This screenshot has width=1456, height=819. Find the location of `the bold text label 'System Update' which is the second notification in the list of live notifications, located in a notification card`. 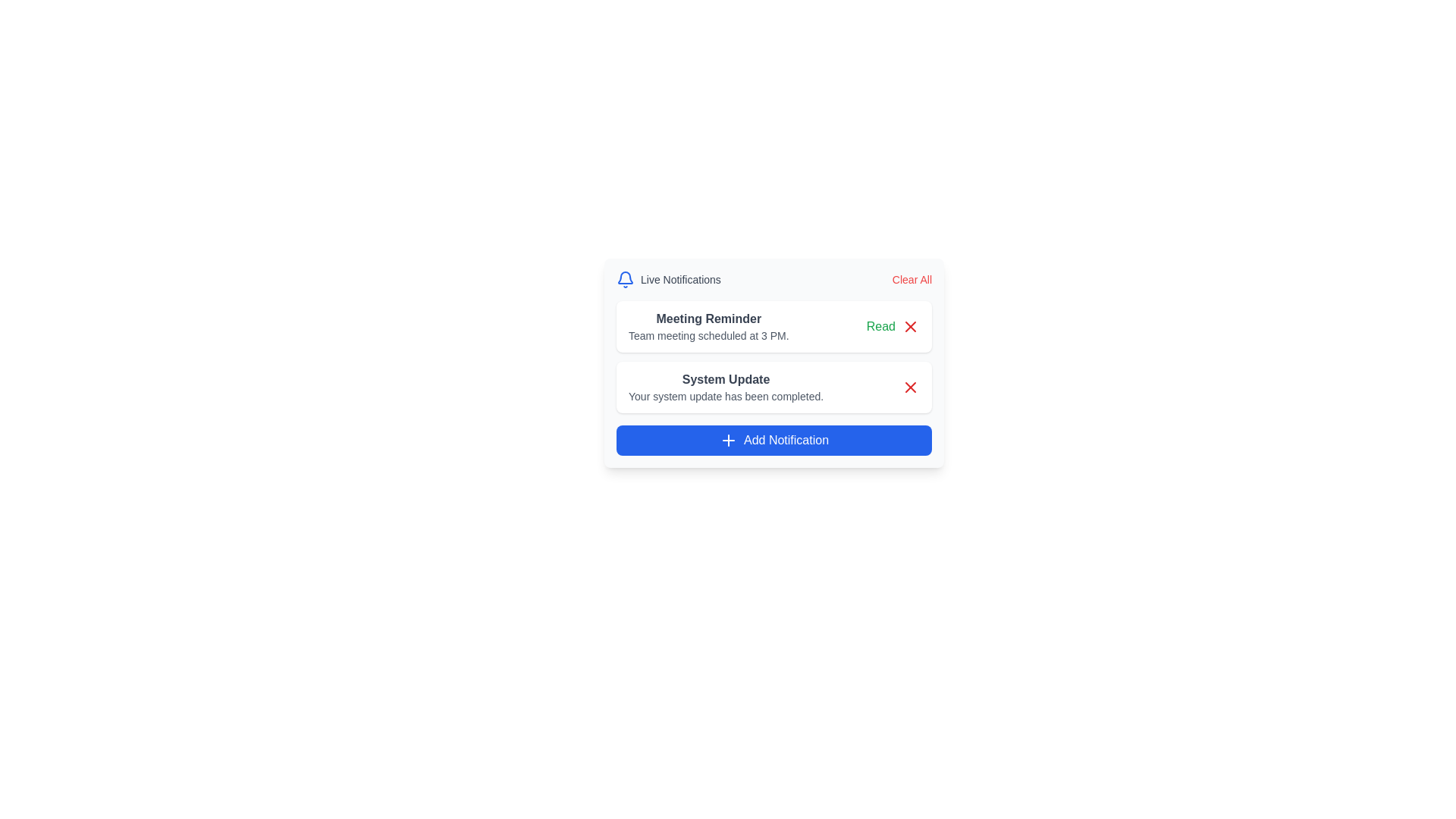

the bold text label 'System Update' which is the second notification in the list of live notifications, located in a notification card is located at coordinates (725, 379).